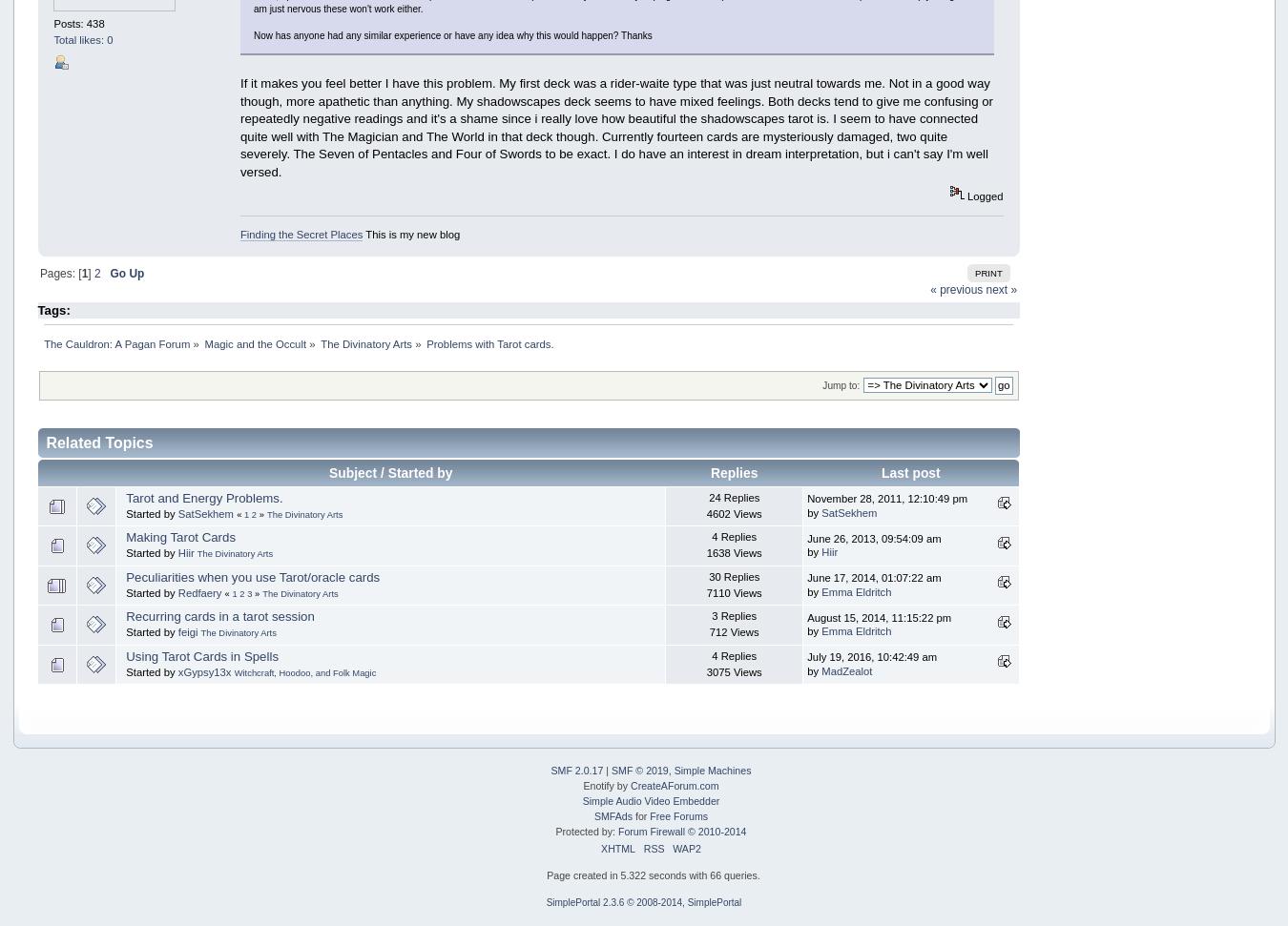 The image size is (1288, 926). Describe the element at coordinates (254, 344) in the screenshot. I see `'Magic and the Occult'` at that location.